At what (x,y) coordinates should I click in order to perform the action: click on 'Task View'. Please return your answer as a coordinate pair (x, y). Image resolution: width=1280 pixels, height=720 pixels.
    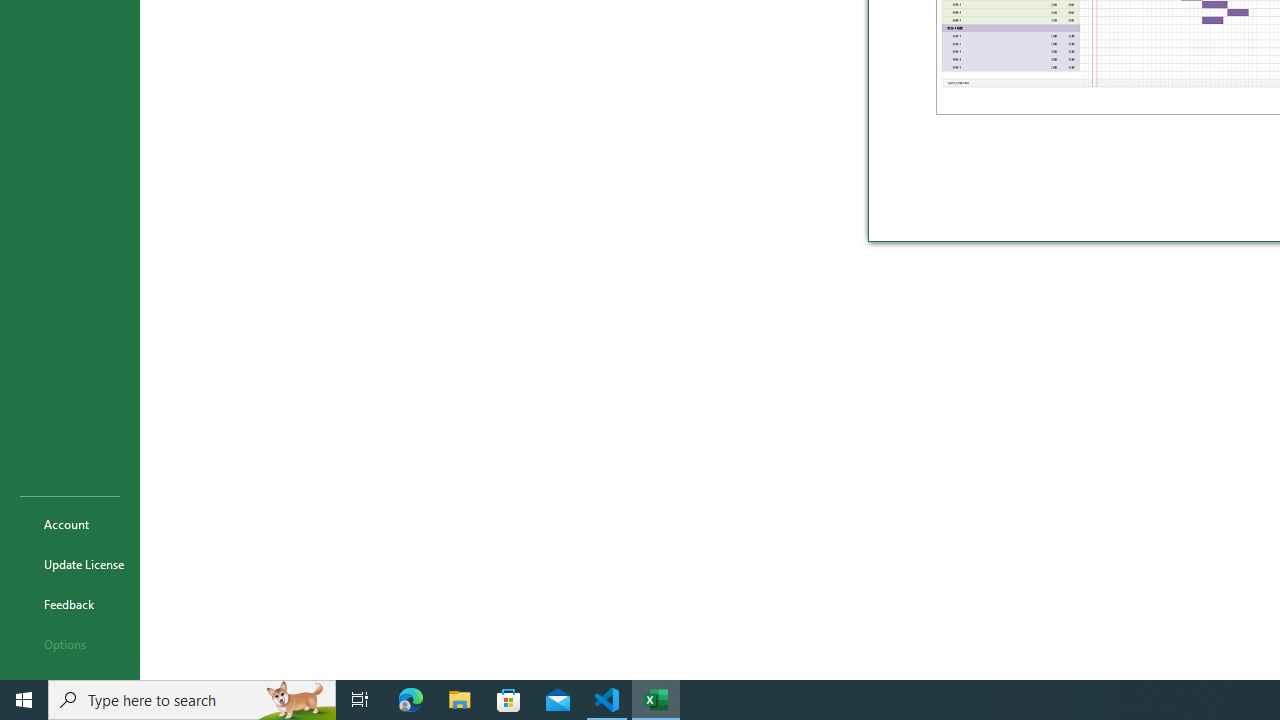
    Looking at the image, I should click on (359, 698).